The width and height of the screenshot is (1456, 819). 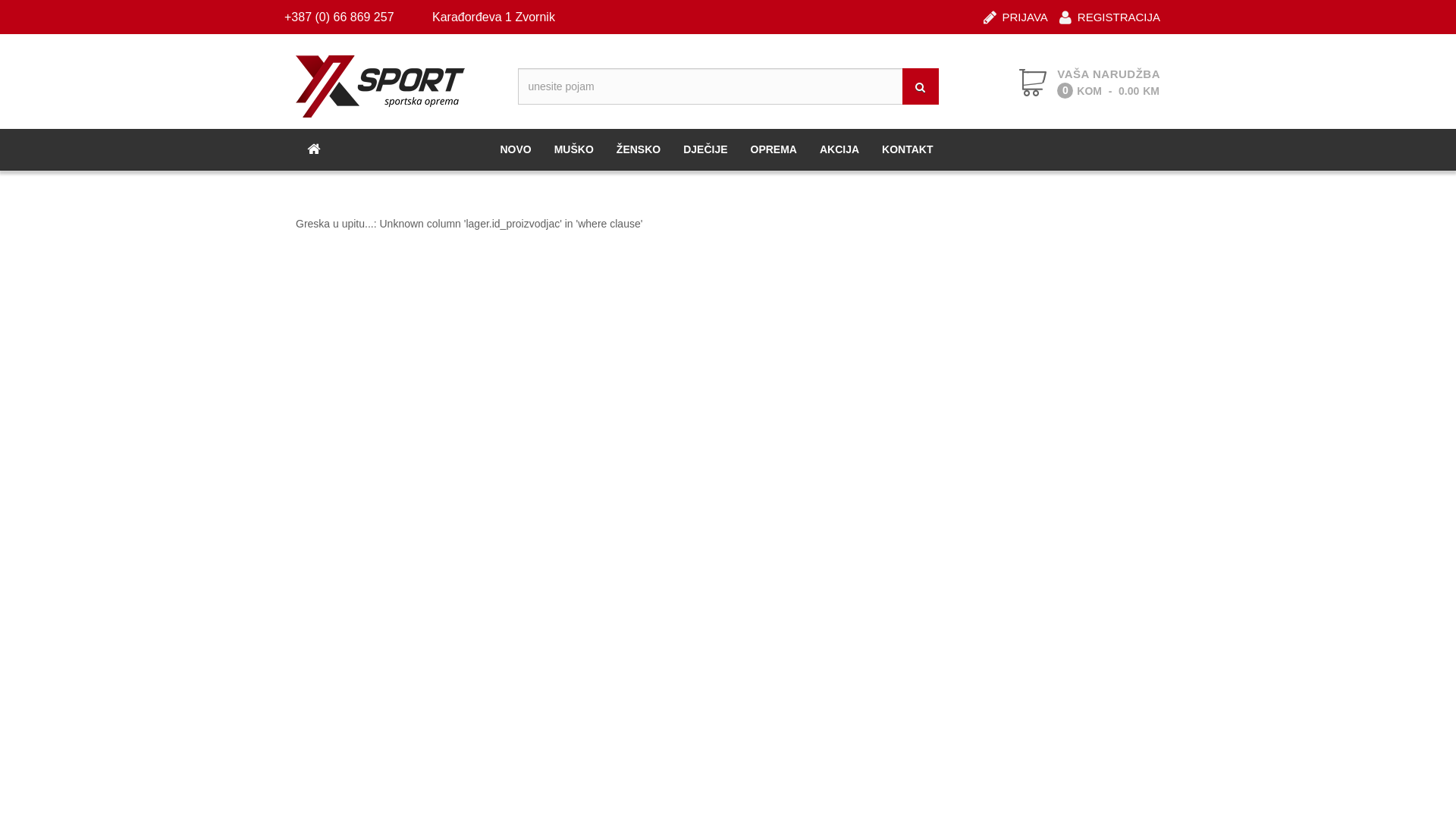 I want to click on 'OPREMA', so click(x=773, y=149).